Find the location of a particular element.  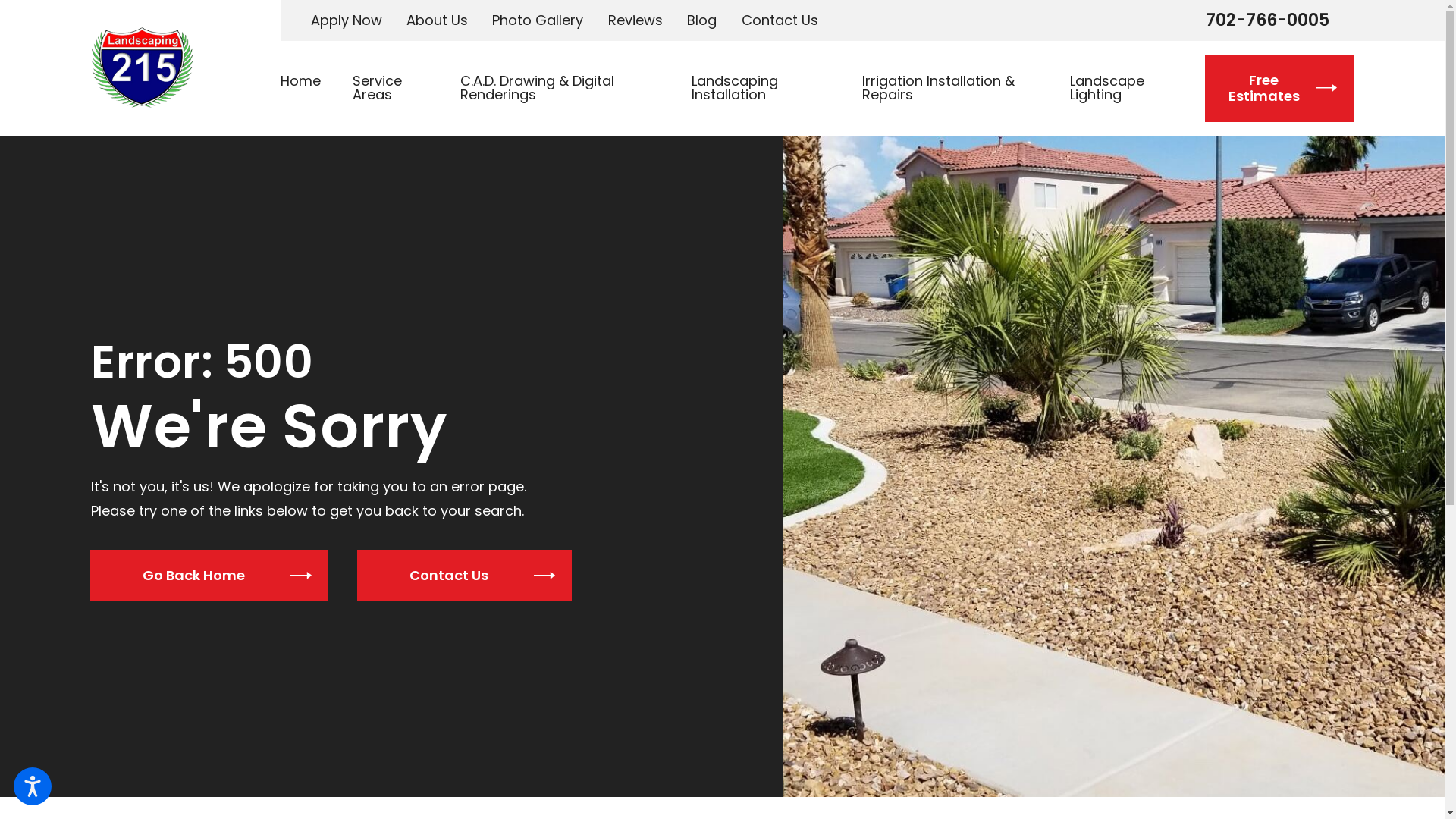

'Photo Gallery' is located at coordinates (538, 20).